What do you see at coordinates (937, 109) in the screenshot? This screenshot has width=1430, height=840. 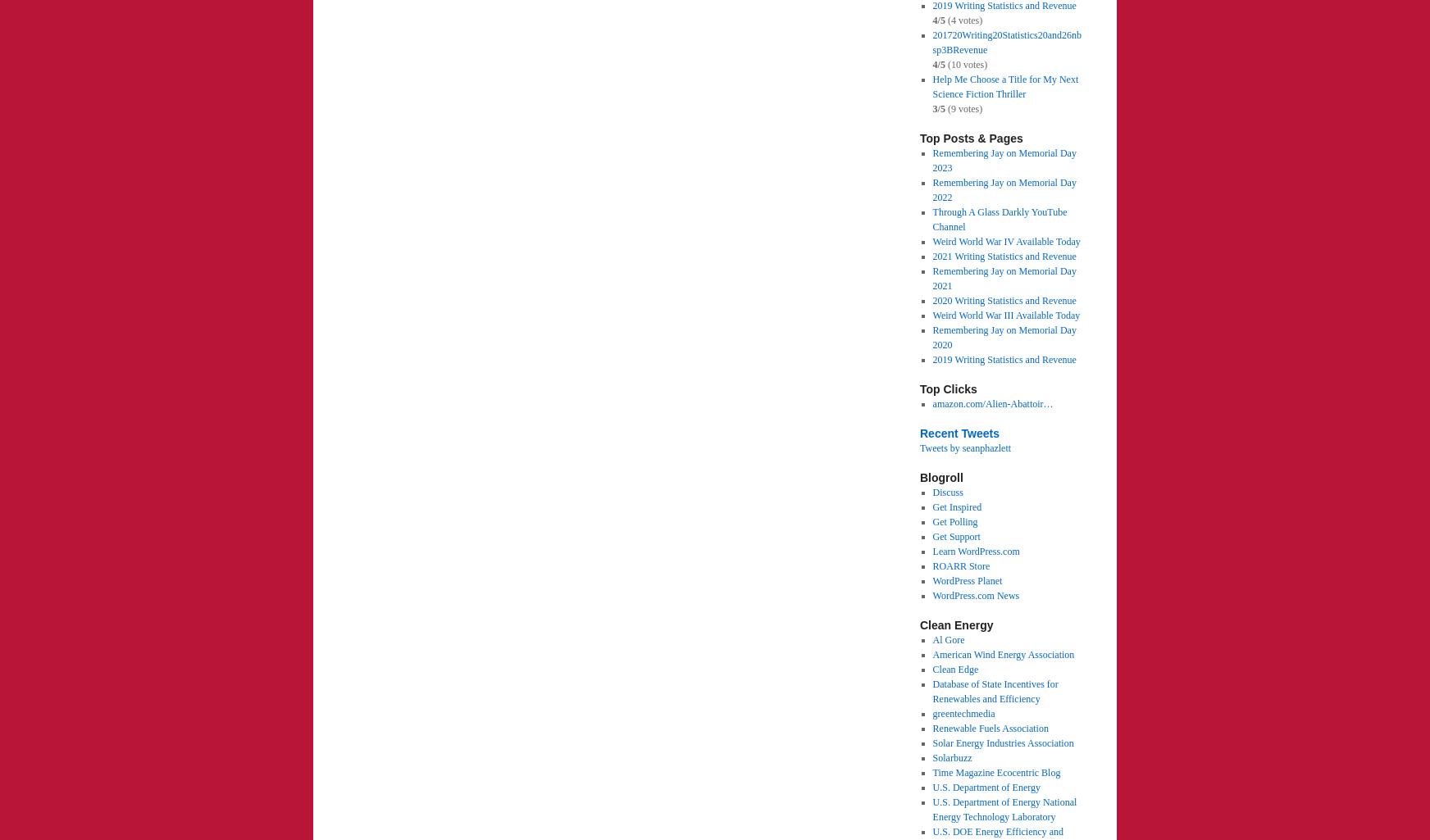 I see `'3/5'` at bounding box center [937, 109].